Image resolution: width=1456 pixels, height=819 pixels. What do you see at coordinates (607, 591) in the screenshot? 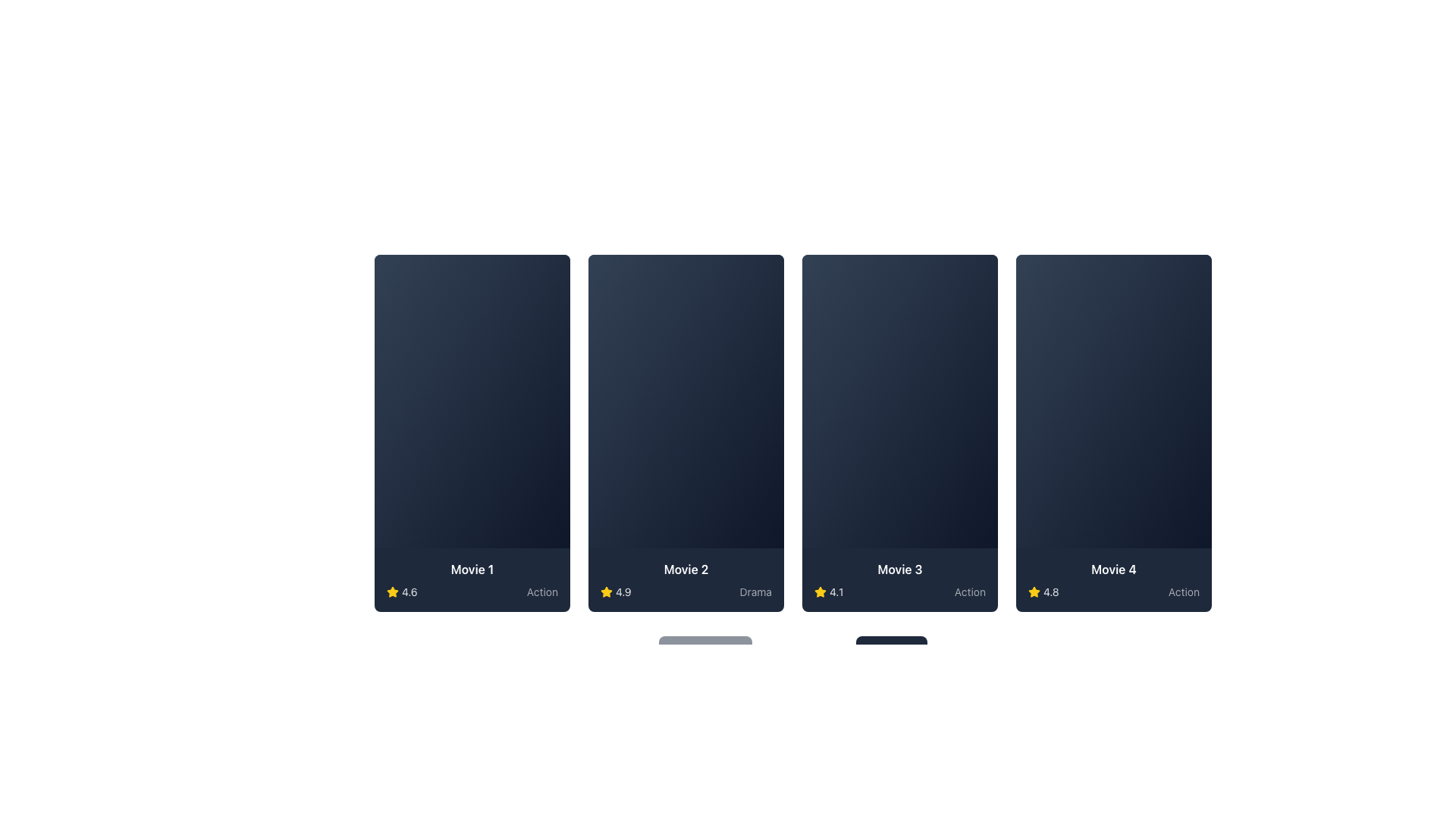
I see `the star icon representing the rating for 'Movie 3', which is located in the bottom bar of the third movie card from the left, adjacent to the numerical rating of 4.1` at bounding box center [607, 591].